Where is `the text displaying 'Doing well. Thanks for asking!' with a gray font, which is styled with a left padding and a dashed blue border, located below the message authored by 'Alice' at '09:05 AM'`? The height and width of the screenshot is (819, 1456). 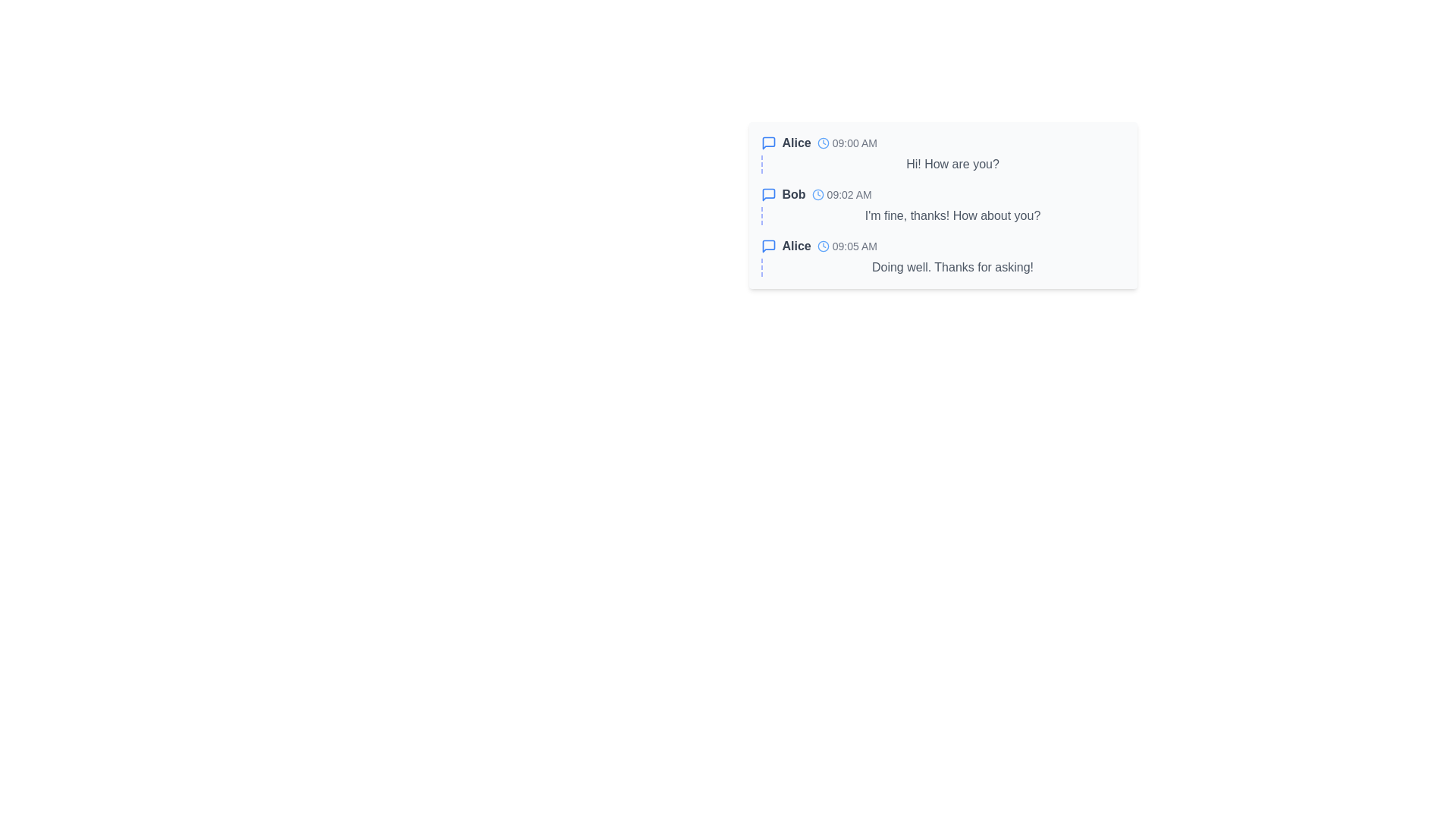
the text displaying 'Doing well. Thanks for asking!' with a gray font, which is styled with a left padding and a dashed blue border, located below the message authored by 'Alice' at '09:05 AM' is located at coordinates (942, 267).